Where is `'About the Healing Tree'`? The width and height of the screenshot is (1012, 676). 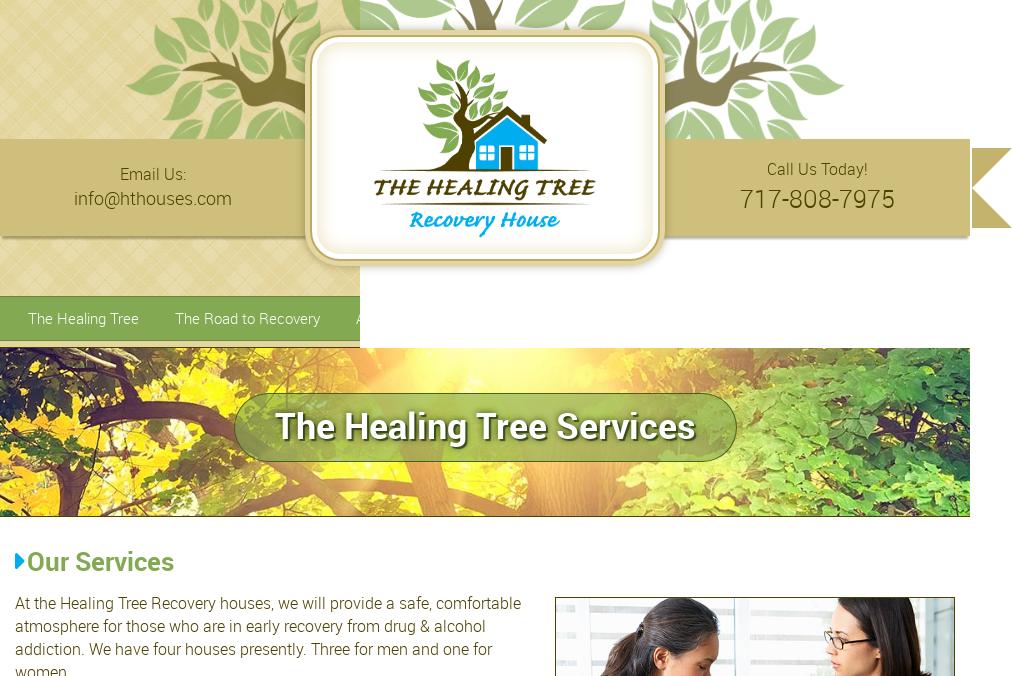 'About the Healing Tree' is located at coordinates (430, 317).